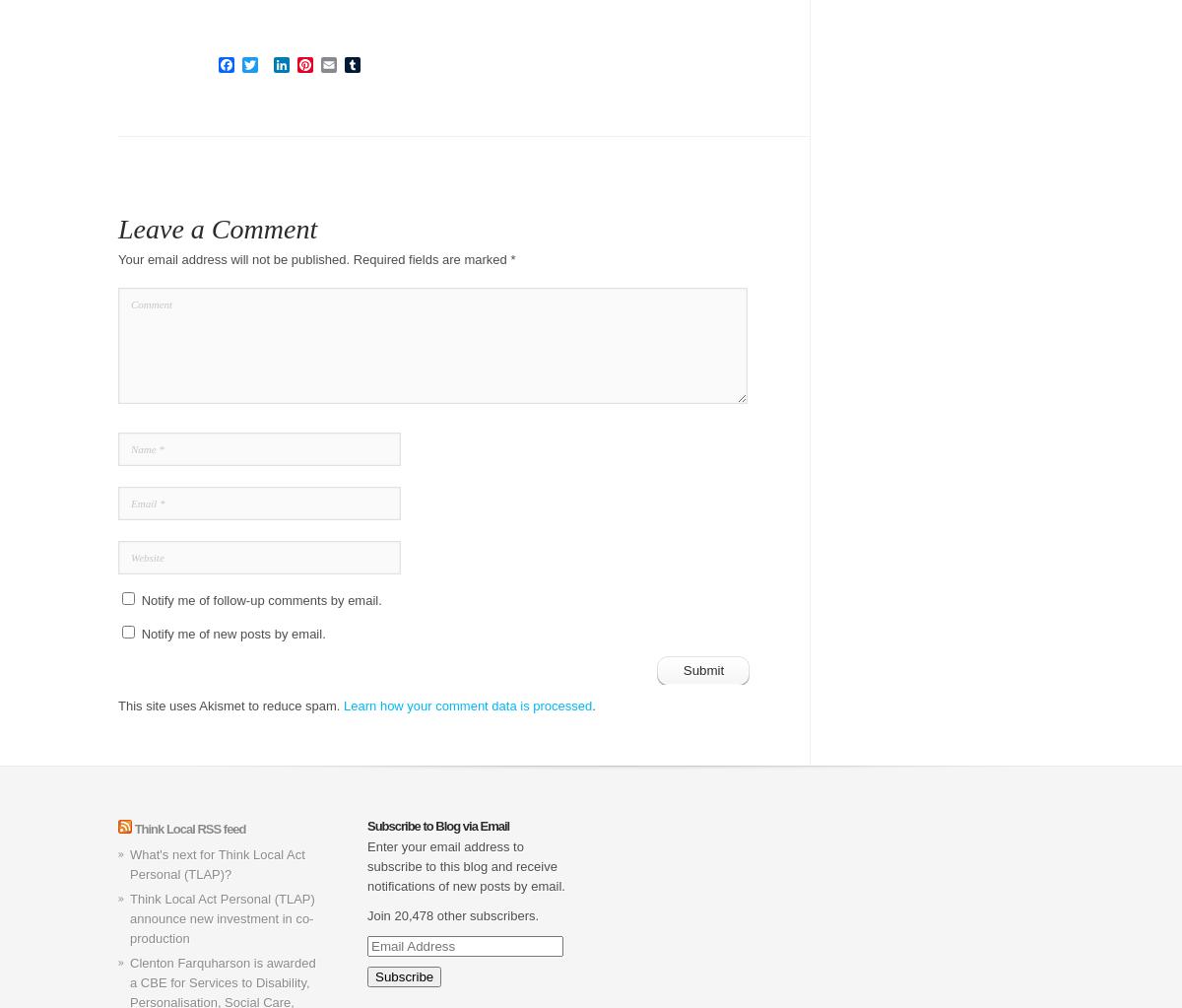  What do you see at coordinates (217, 228) in the screenshot?
I see `'Leave a Comment'` at bounding box center [217, 228].